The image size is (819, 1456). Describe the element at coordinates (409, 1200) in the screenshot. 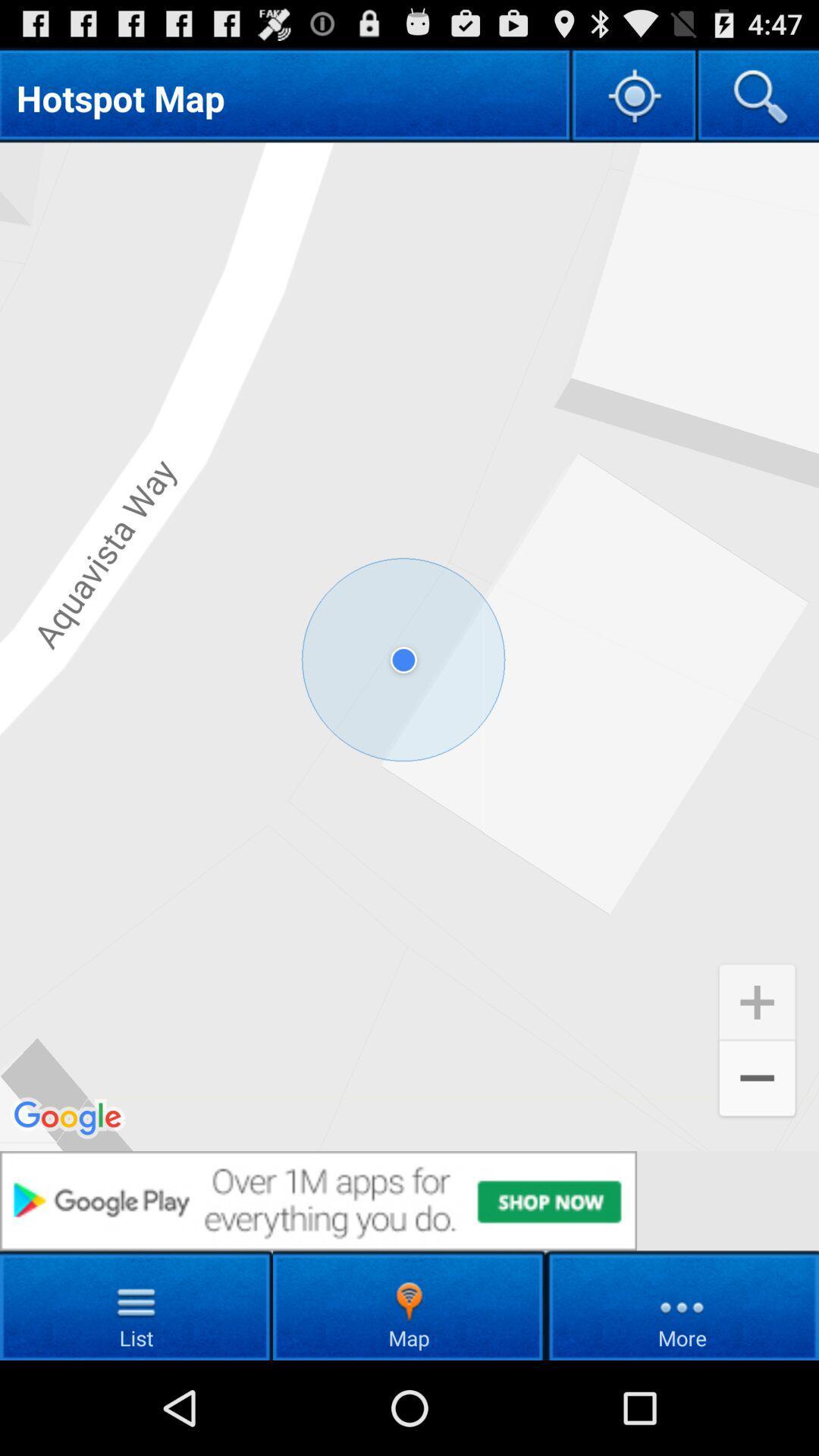

I see `launch advertisement link` at that location.